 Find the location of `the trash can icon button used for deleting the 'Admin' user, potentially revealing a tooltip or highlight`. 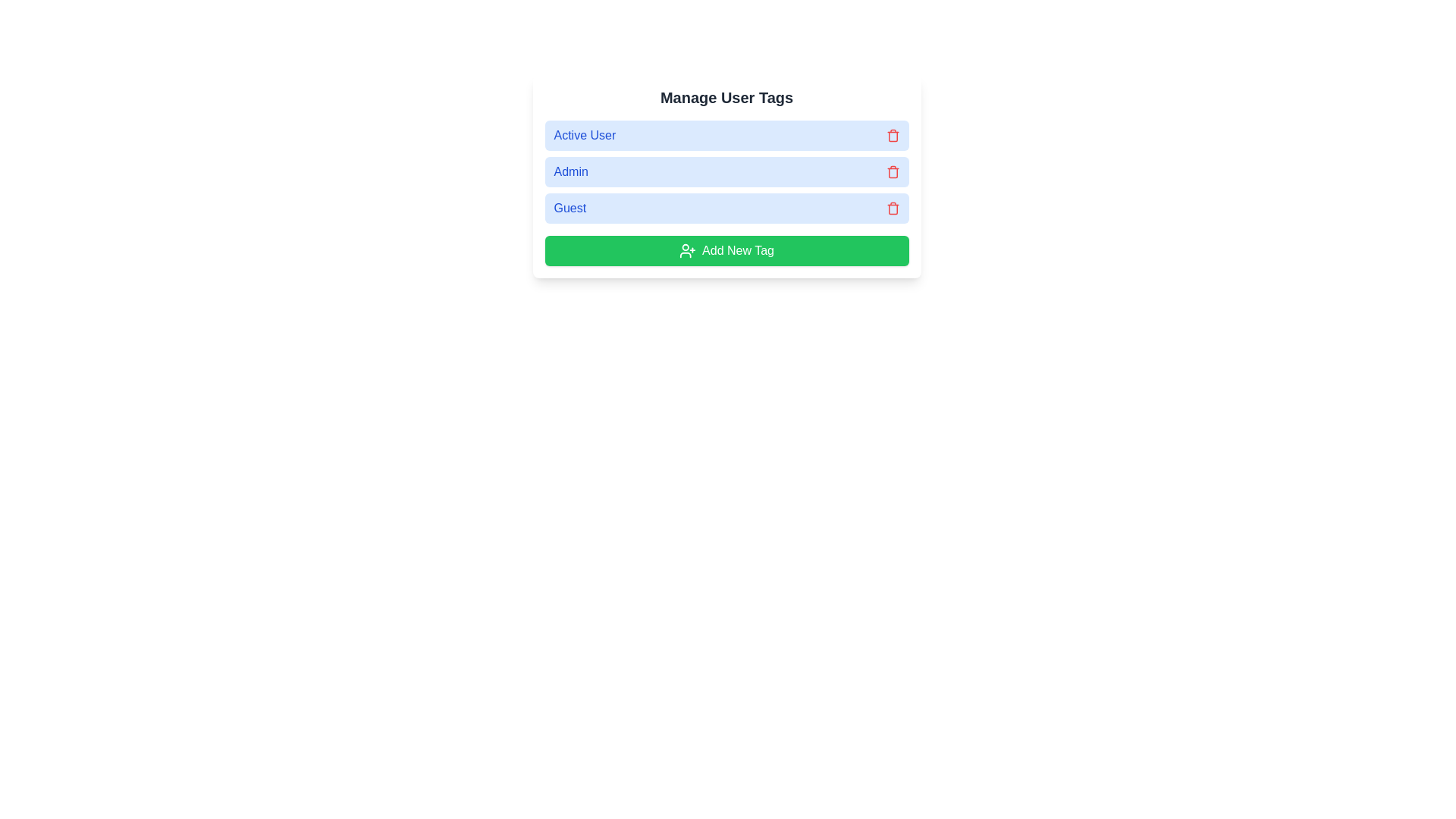

the trash can icon button used for deleting the 'Admin' user, potentially revealing a tooltip or highlight is located at coordinates (893, 172).